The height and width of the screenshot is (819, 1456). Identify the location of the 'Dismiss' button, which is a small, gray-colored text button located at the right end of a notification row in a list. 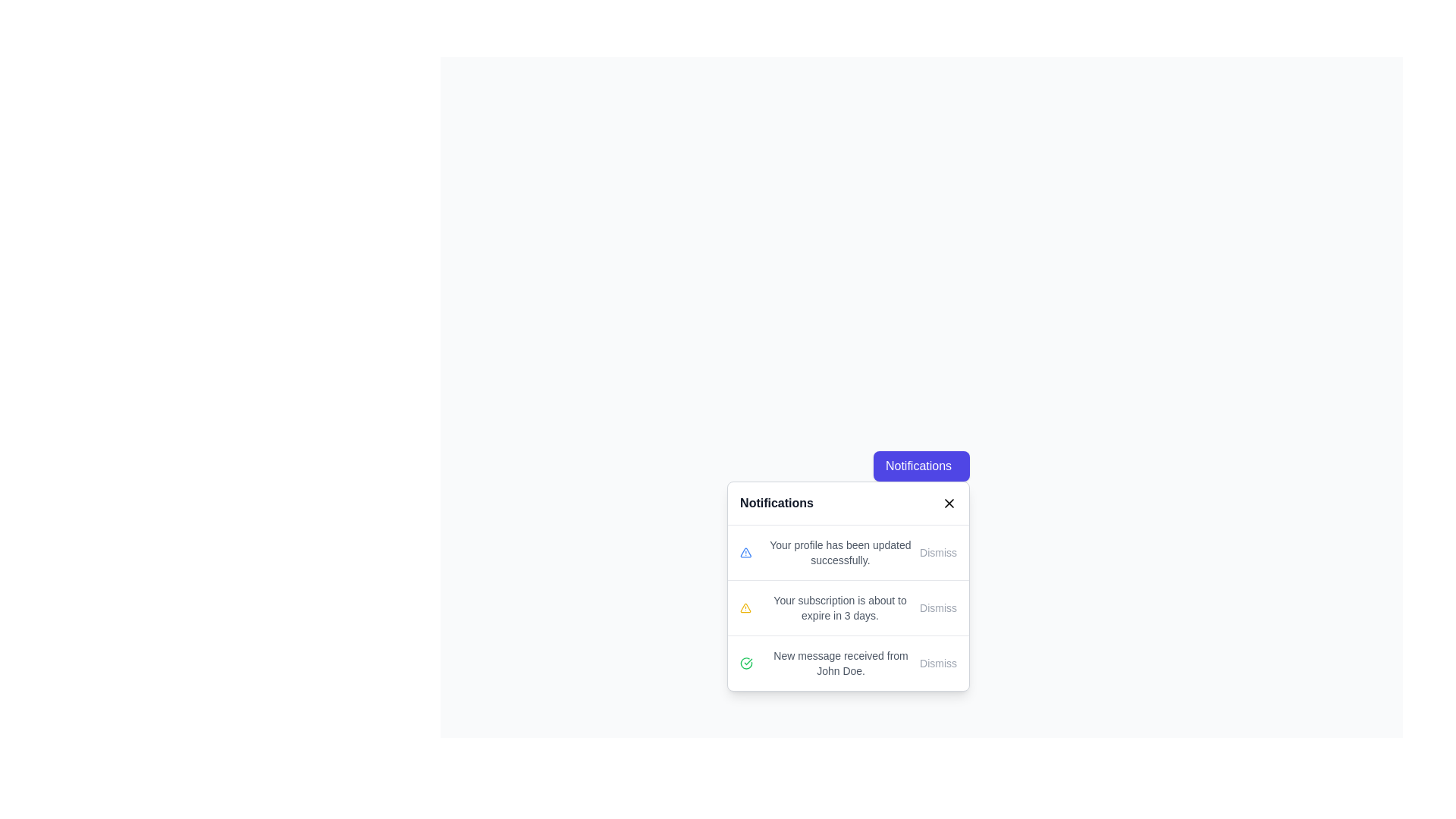
(937, 663).